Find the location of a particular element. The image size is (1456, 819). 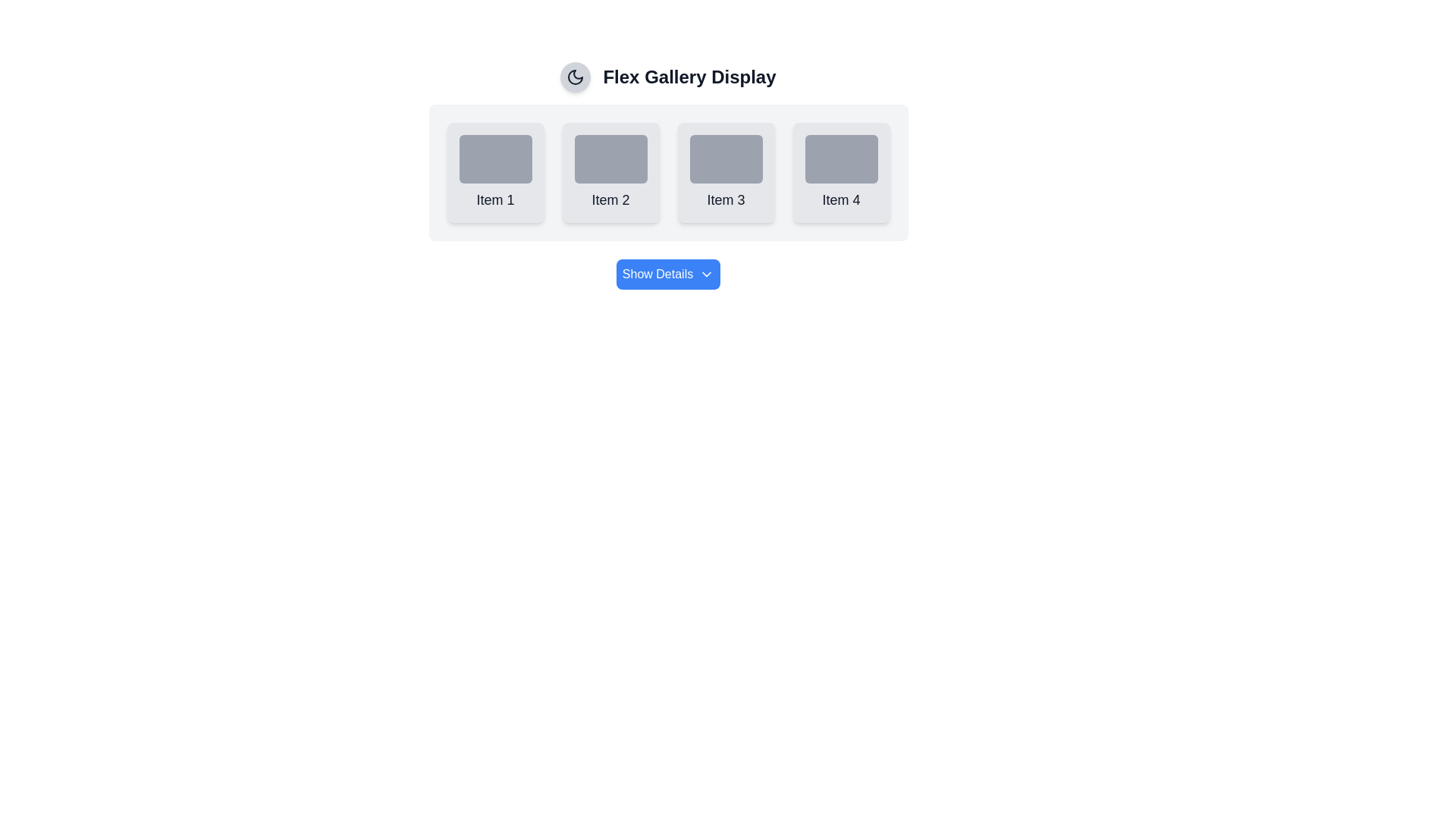

'Show Details' text label within the blue rectangular button to understand its function is located at coordinates (657, 275).